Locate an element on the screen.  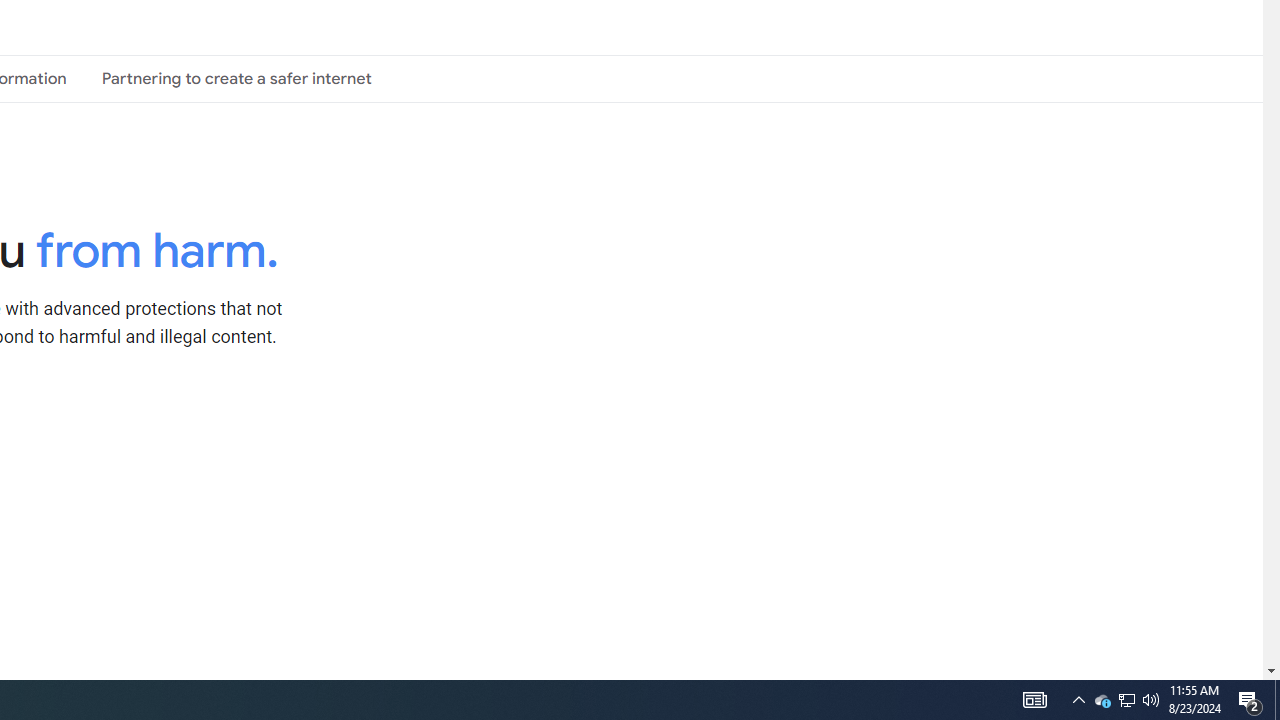
'Partnering to create a safer internet' is located at coordinates (236, 77).